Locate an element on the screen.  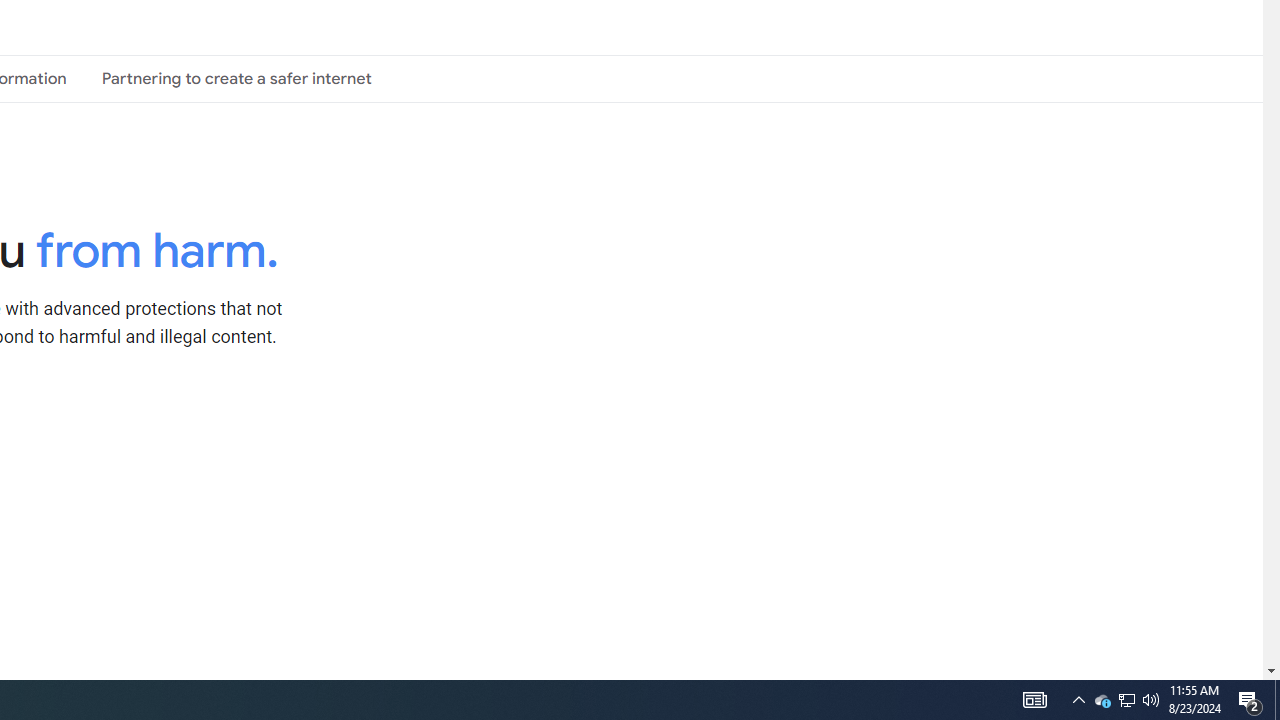
'Partnering to create a safer internet' is located at coordinates (236, 77).